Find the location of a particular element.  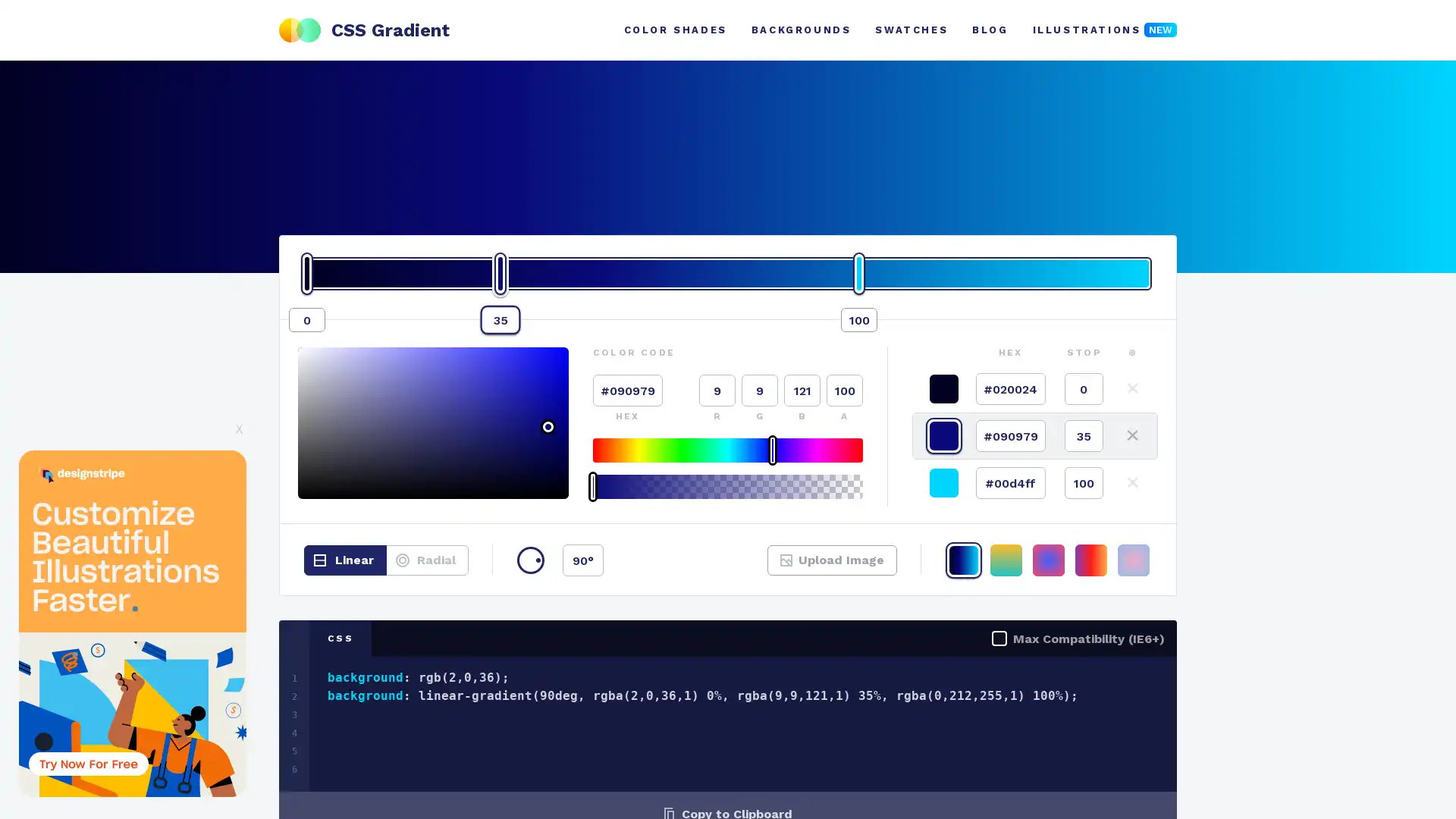

Choose File is located at coordinates (807, 569).